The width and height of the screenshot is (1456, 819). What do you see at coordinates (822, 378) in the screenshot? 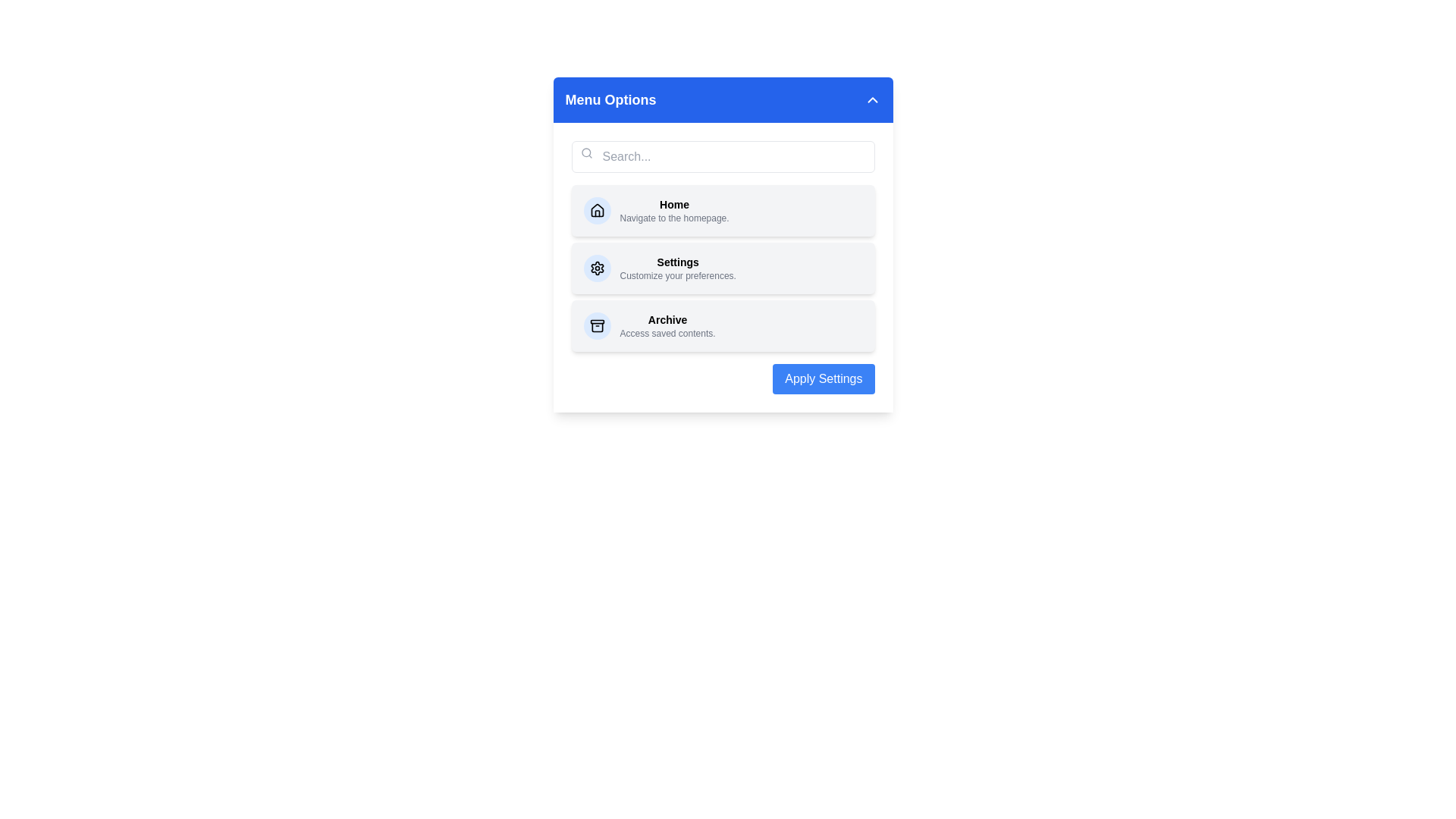
I see `the 'Apply Settings' button to apply the selected settings` at bounding box center [822, 378].